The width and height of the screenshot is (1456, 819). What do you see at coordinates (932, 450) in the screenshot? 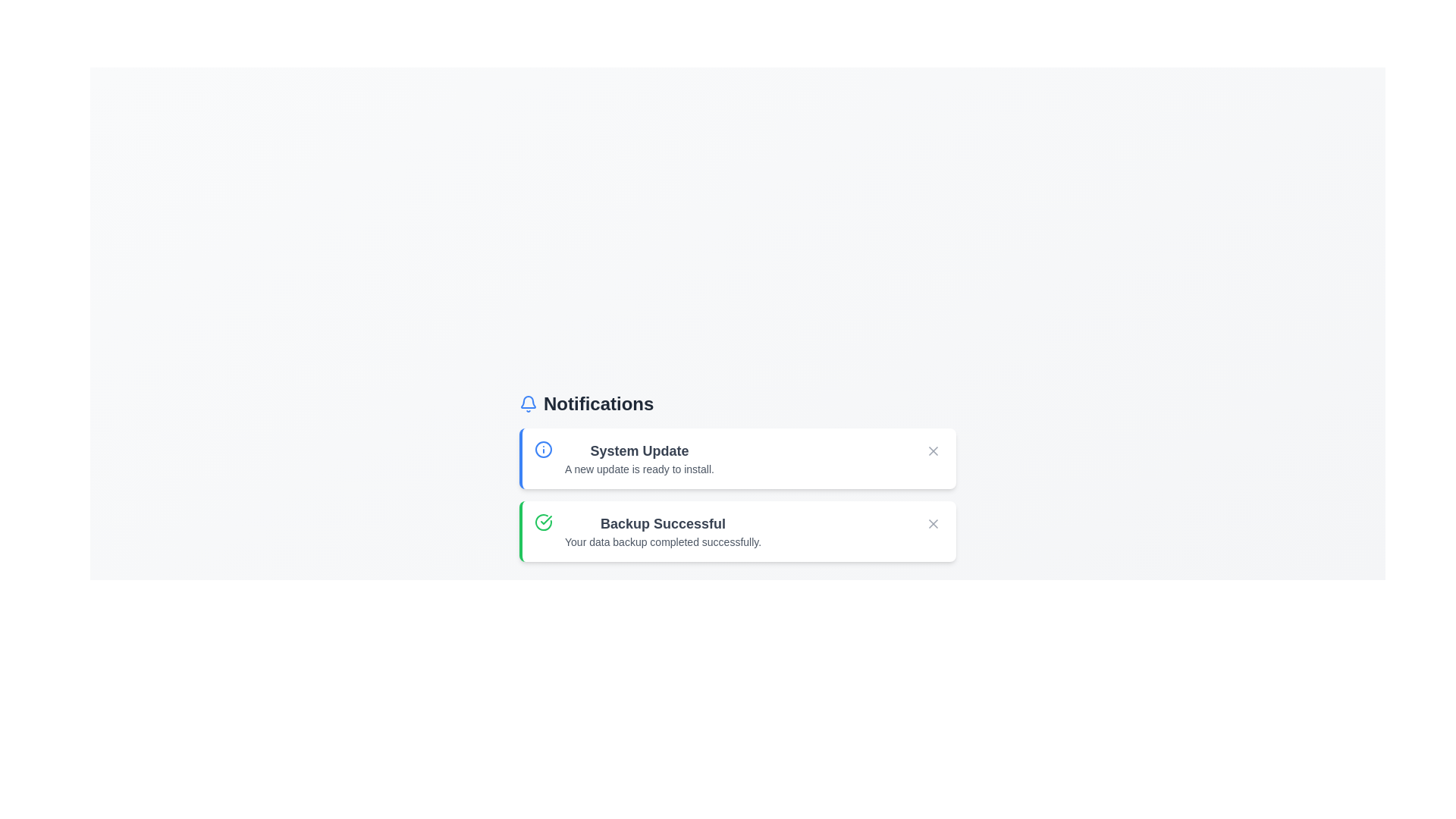
I see `the 'X' icon button located on the right side of the 'System Update' notification` at bounding box center [932, 450].